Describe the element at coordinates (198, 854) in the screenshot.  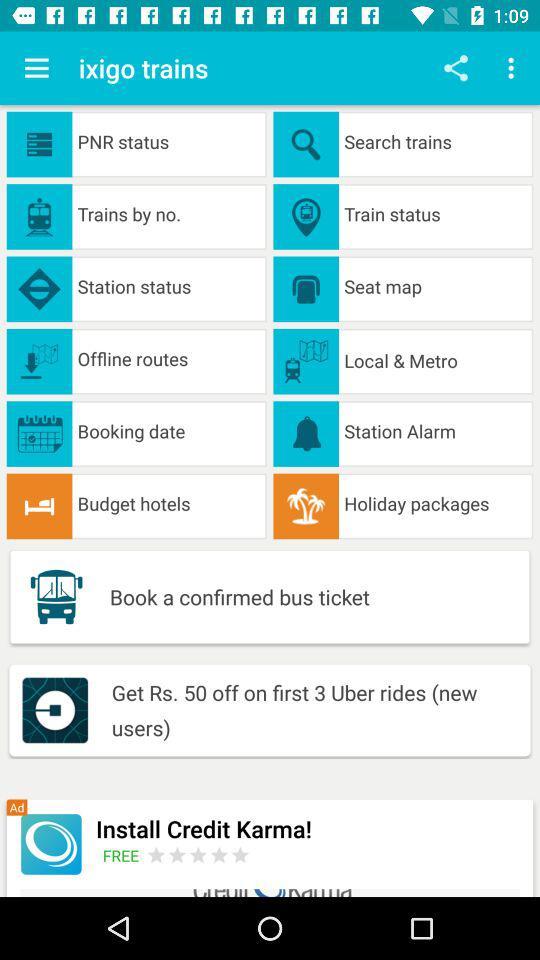
I see `star rate option` at that location.